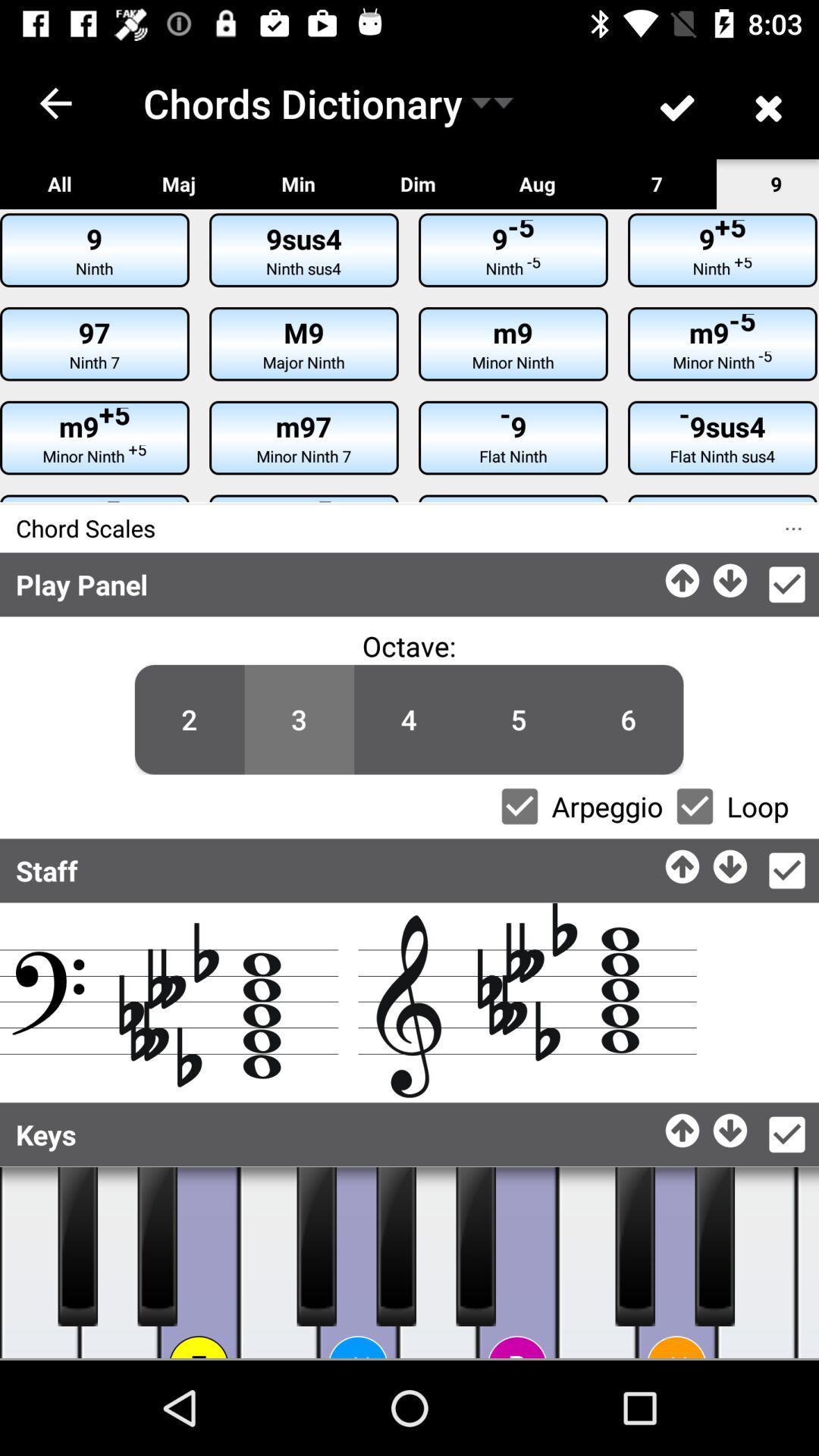  Describe the element at coordinates (157, 1246) in the screenshot. I see `music playing key` at that location.